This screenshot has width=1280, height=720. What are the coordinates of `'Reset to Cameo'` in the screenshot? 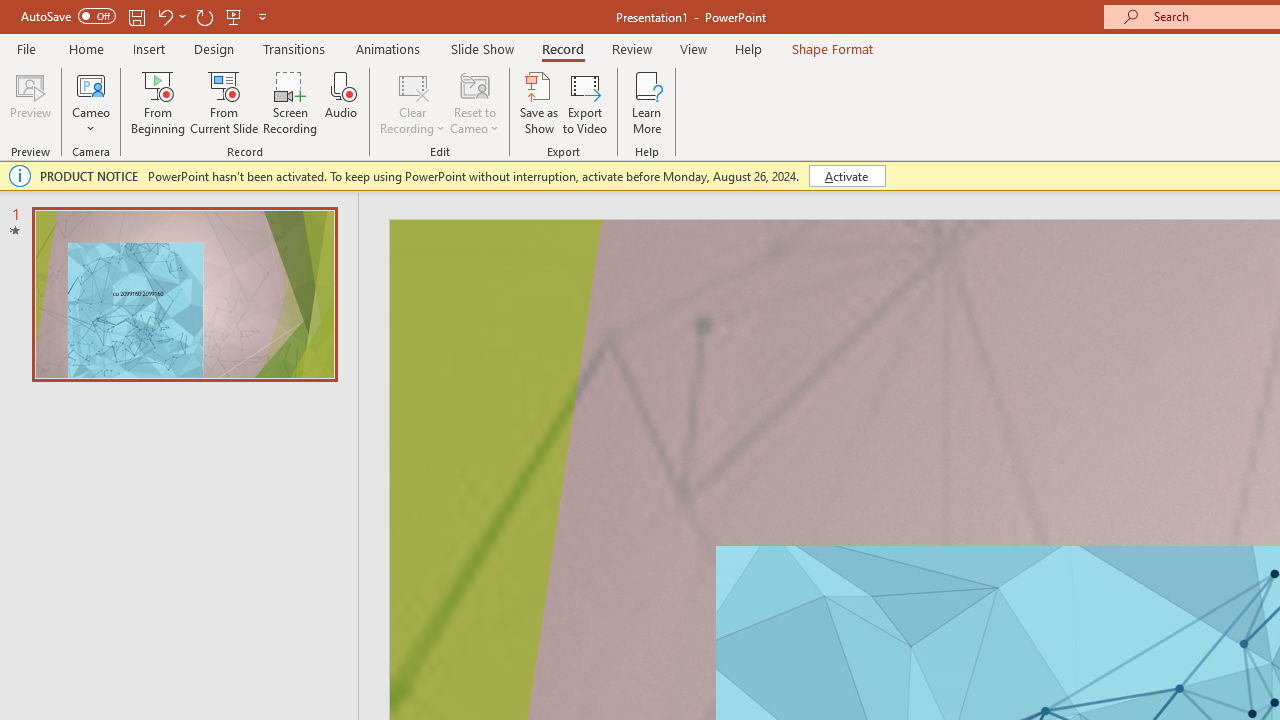 It's located at (473, 103).